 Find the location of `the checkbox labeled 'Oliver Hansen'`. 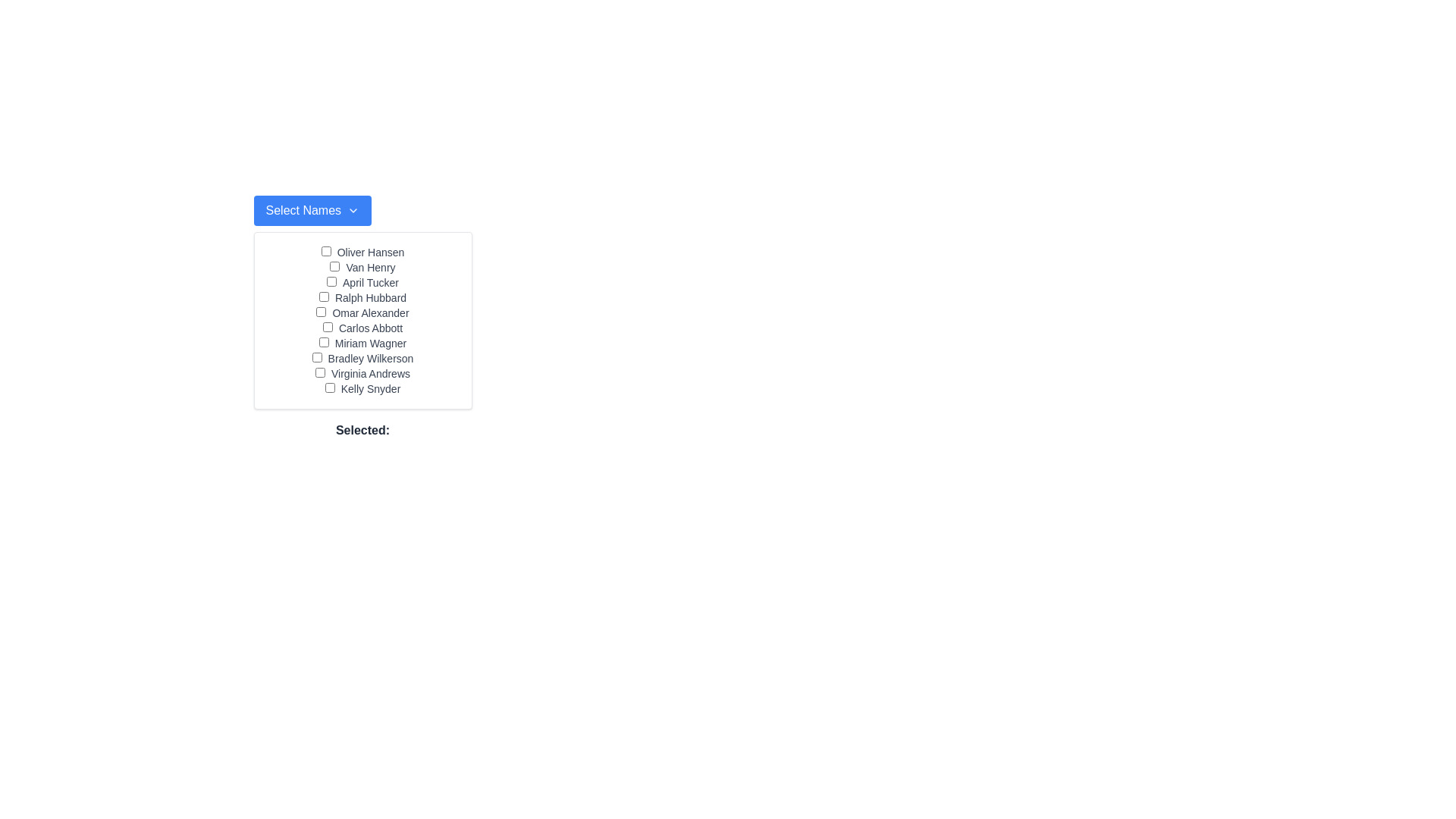

the checkbox labeled 'Oliver Hansen' is located at coordinates (325, 250).